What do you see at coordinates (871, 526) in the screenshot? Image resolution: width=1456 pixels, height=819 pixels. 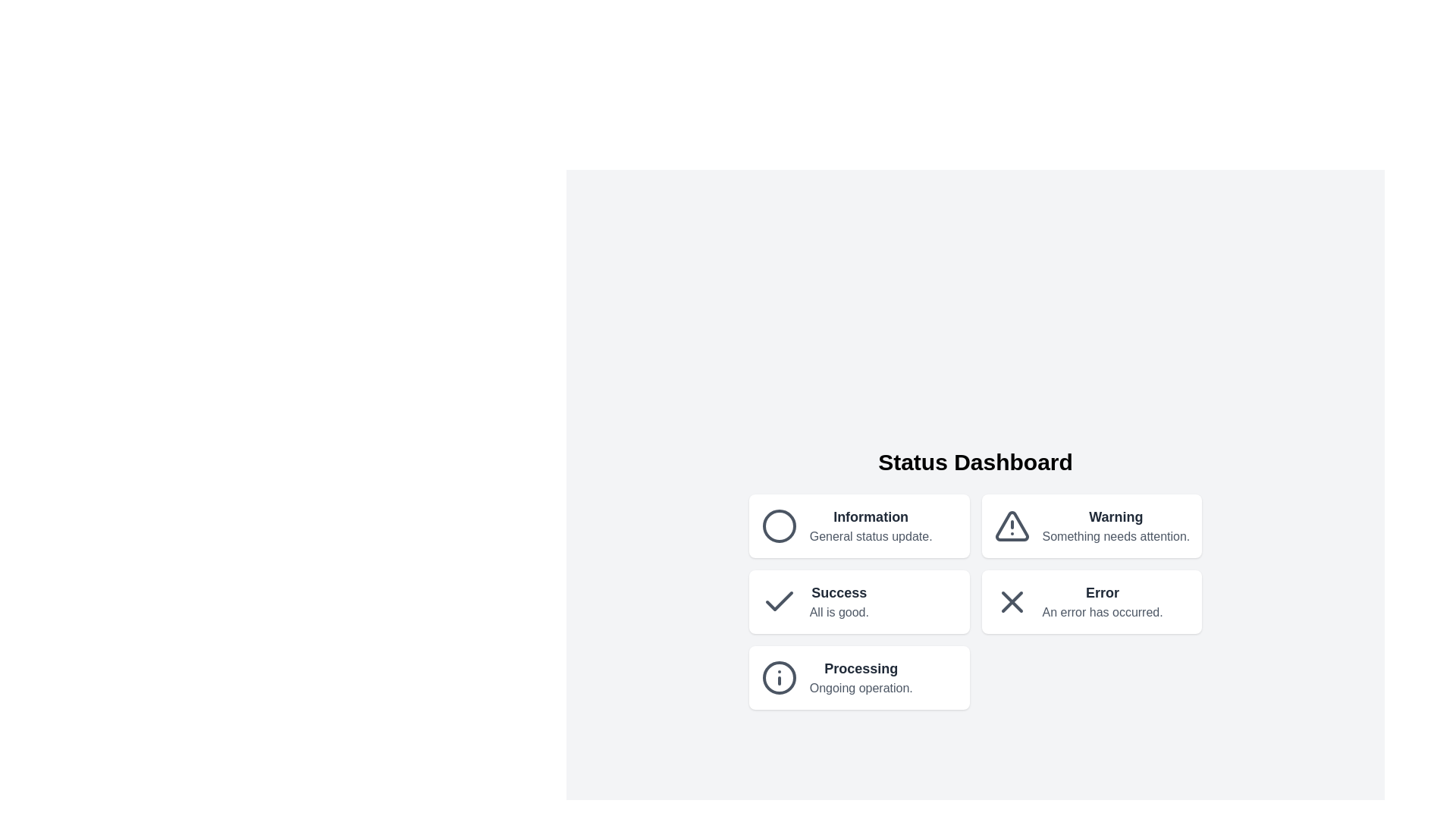 I see `the text labels that convey the 'General status update' message, located in the top-left section of the status dashboard, directly below the 'Status Dashboard' heading` at bounding box center [871, 526].